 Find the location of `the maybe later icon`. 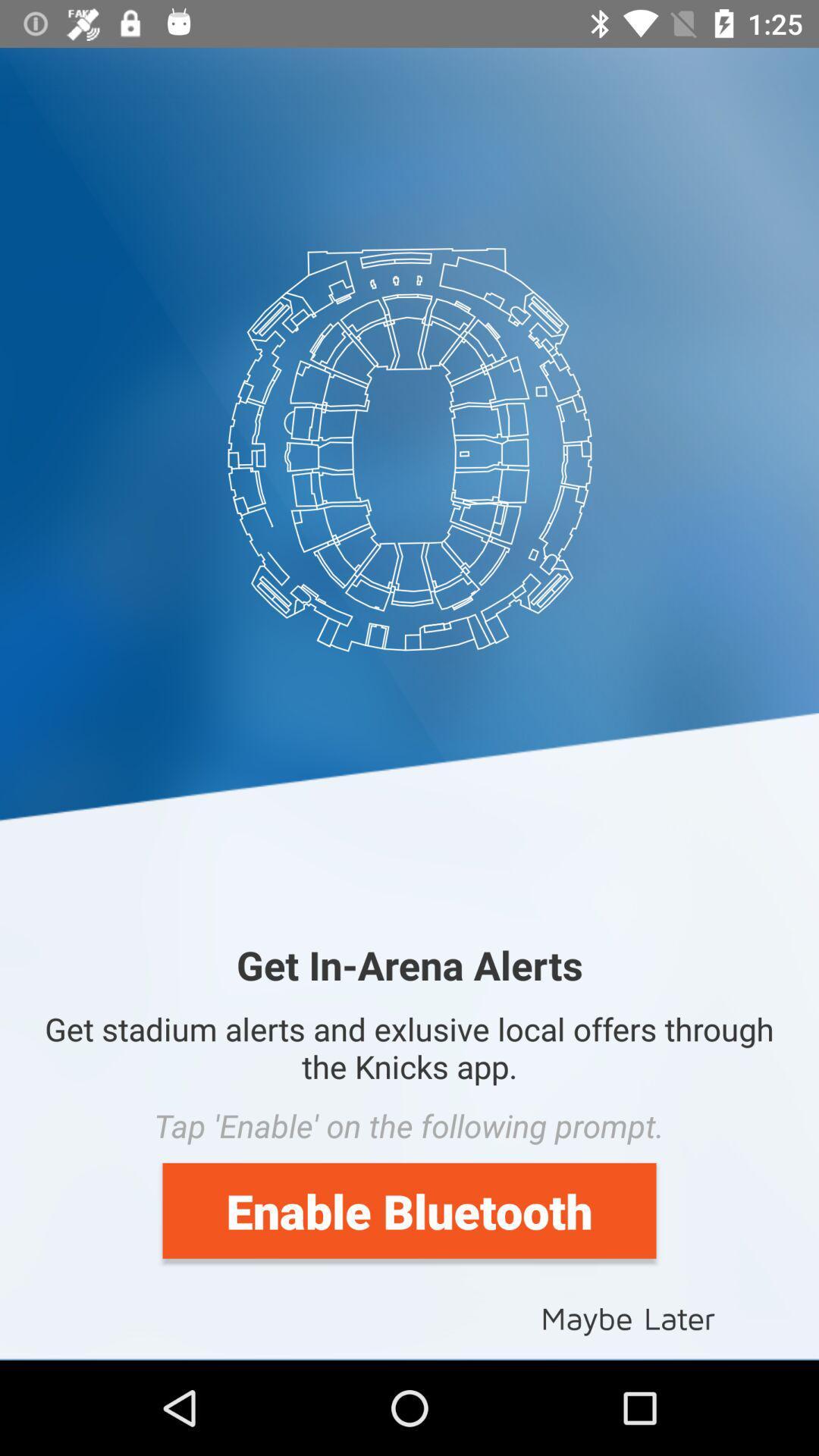

the maybe later icon is located at coordinates (628, 1316).